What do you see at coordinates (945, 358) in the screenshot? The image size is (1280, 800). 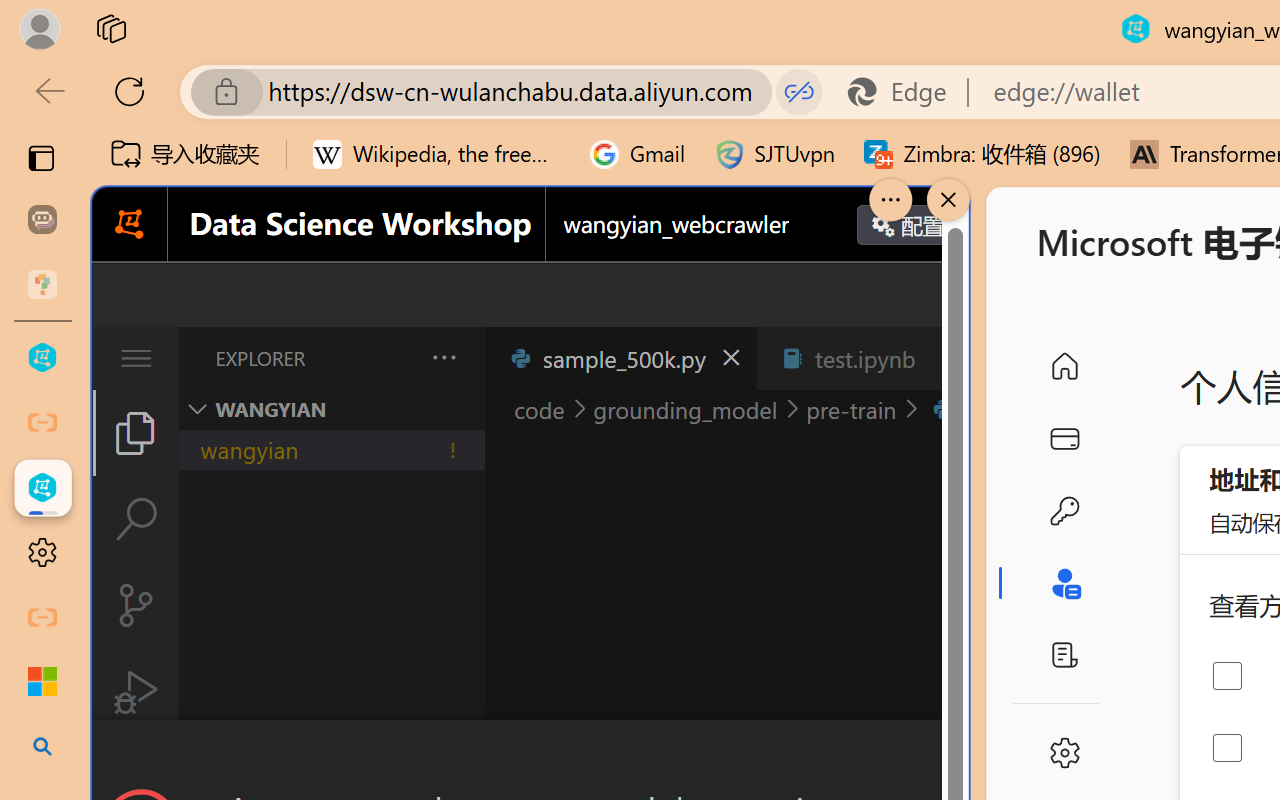 I see `'Close (Ctrl+F4)'` at bounding box center [945, 358].